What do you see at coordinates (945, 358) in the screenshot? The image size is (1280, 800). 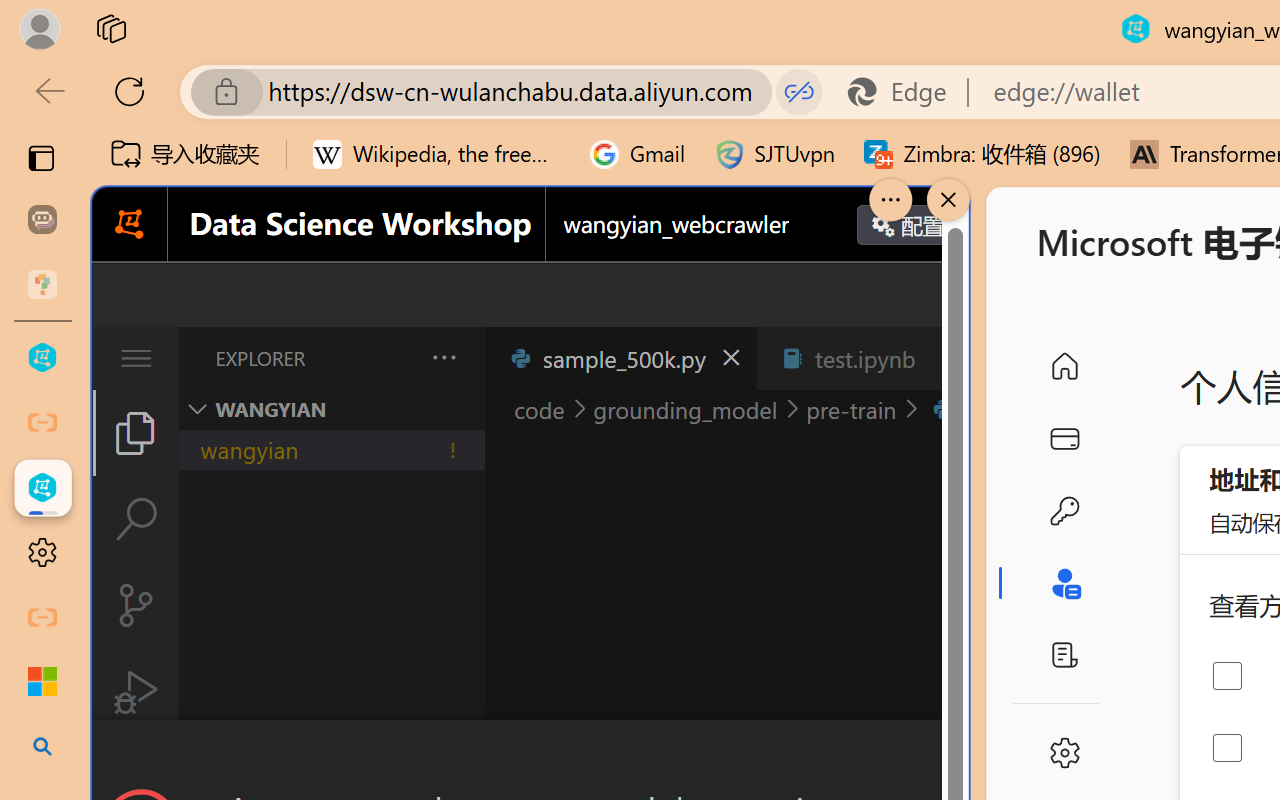 I see `'Close (Ctrl+F4)'` at bounding box center [945, 358].